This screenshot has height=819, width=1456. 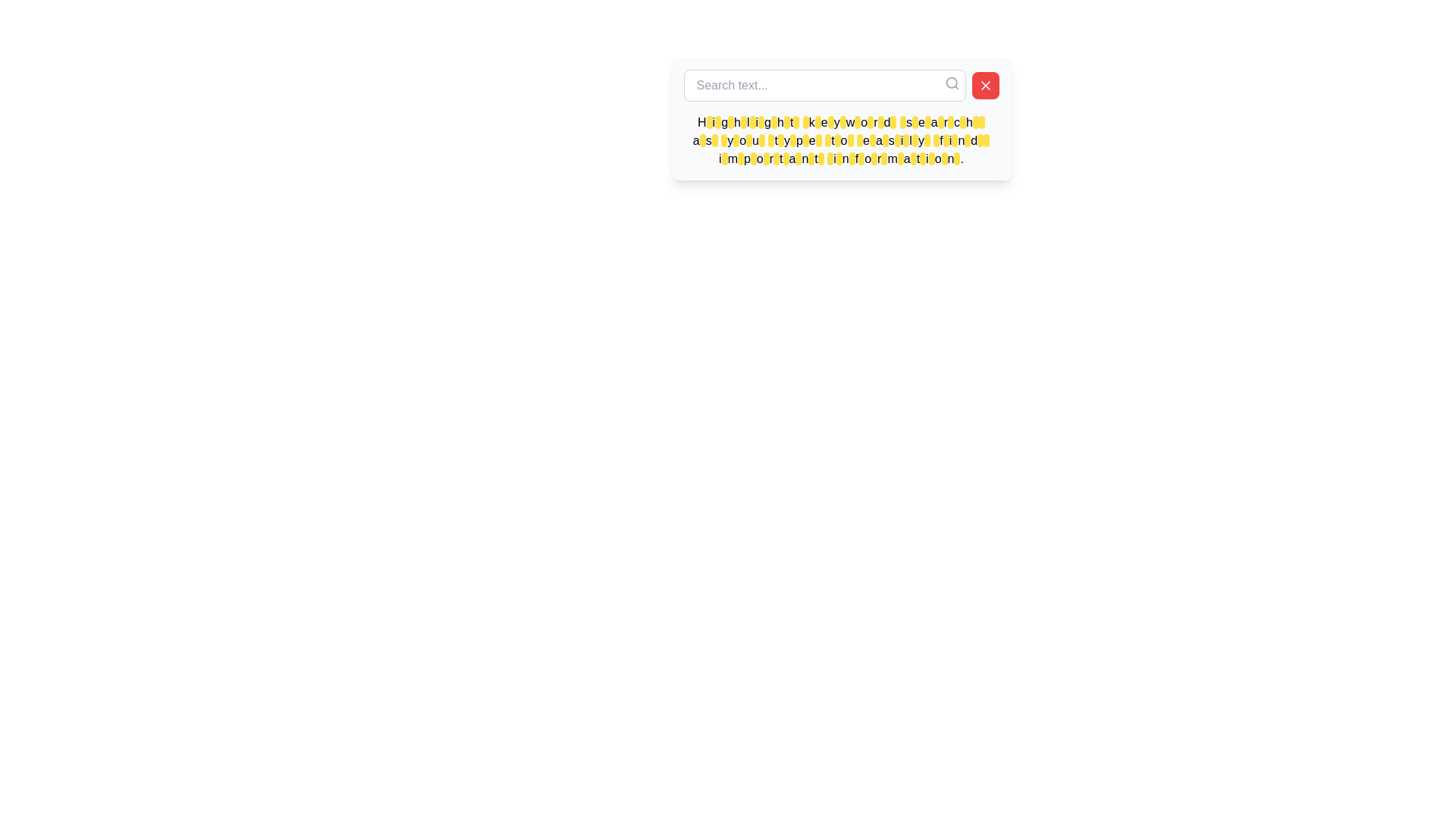 What do you see at coordinates (827, 140) in the screenshot?
I see `the 12th highlighted segment which is a small, rounded rectangular element with a yellow background, located within the sentence 'Highlight keyword search as you type to easily find important information.'` at bounding box center [827, 140].